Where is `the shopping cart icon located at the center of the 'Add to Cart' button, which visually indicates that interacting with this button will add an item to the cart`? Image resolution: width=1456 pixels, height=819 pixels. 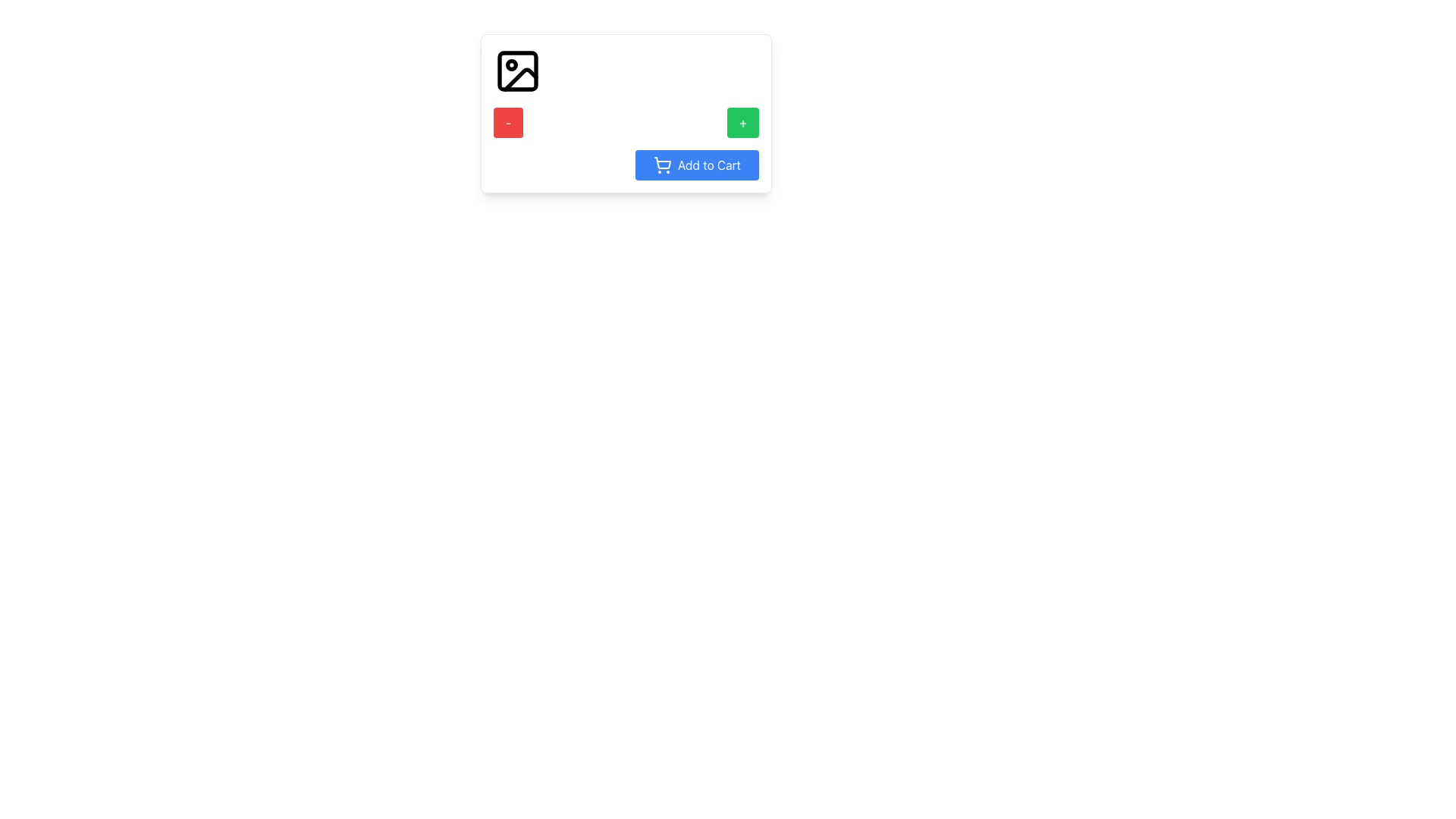 the shopping cart icon located at the center of the 'Add to Cart' button, which visually indicates that interacting with this button will add an item to the cart is located at coordinates (662, 163).